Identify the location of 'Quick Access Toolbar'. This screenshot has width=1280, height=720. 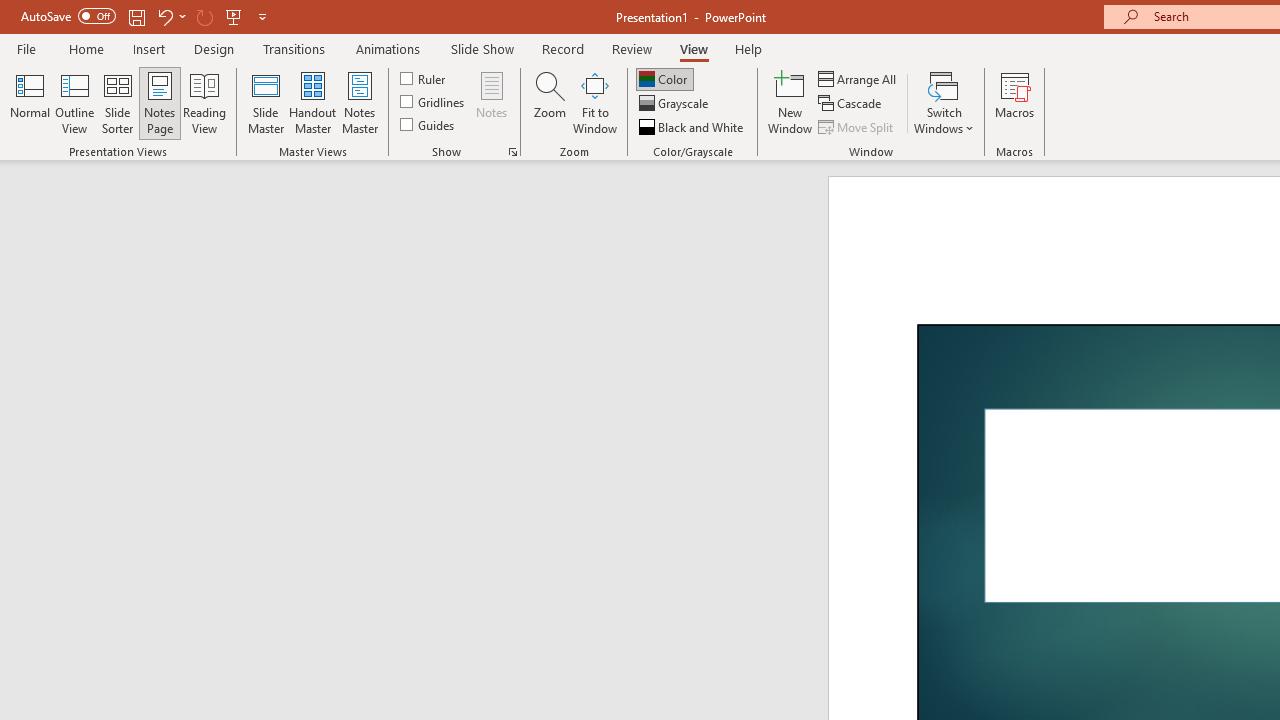
(144, 16).